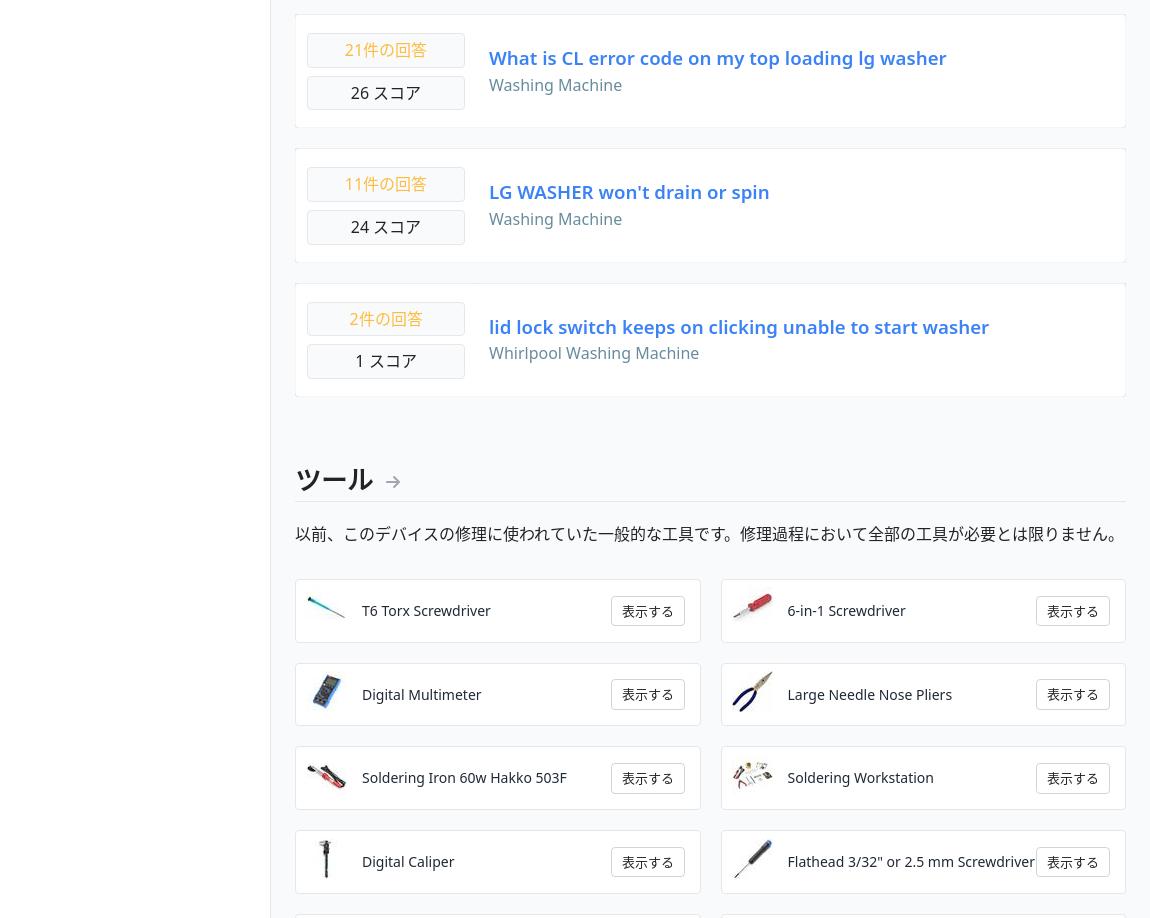 The image size is (1150, 918). I want to click on 'LG WASHER won't drain or spin', so click(628, 191).